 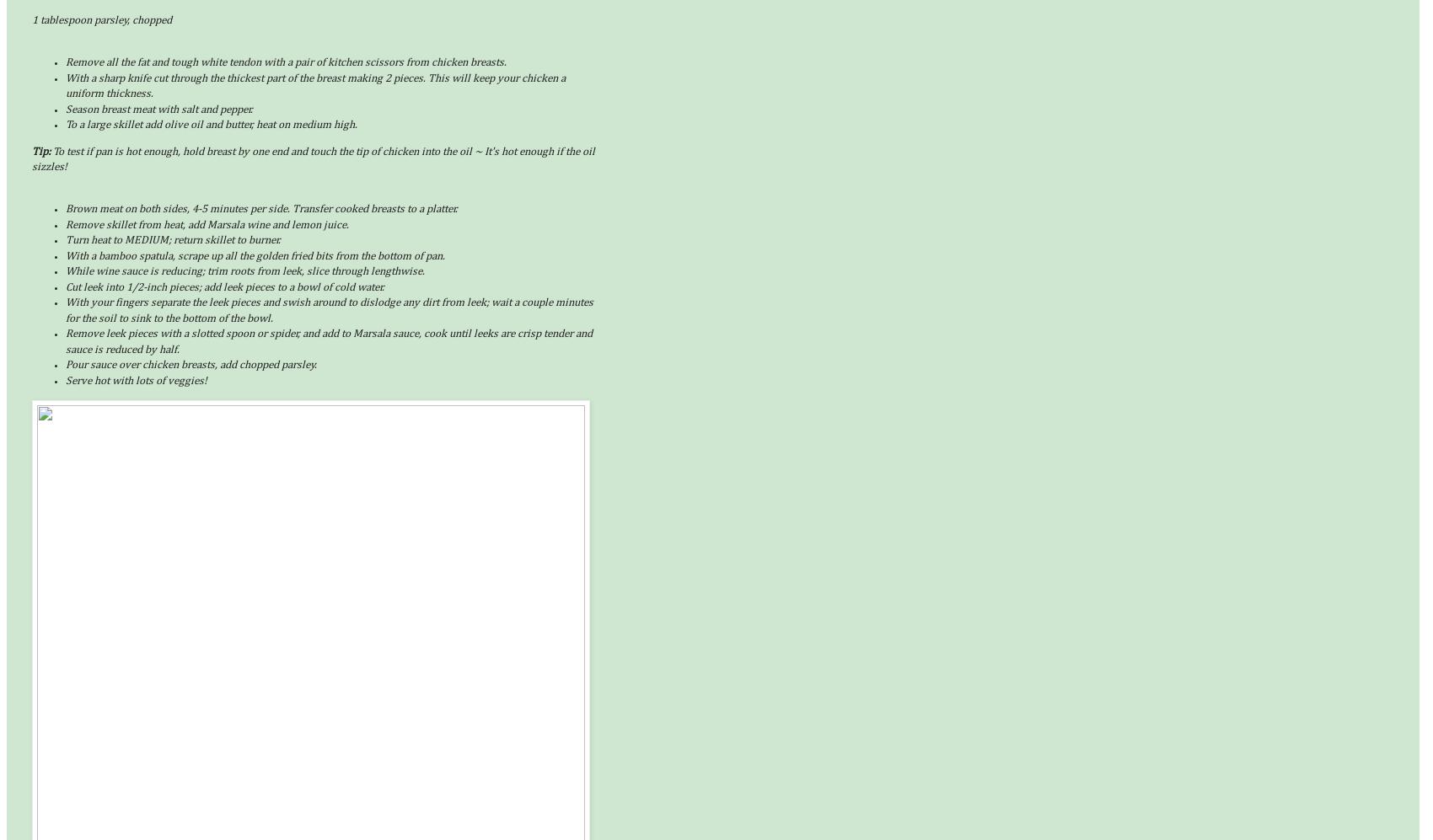 What do you see at coordinates (66, 364) in the screenshot?
I see `'Pour sauce over chicken breasts, add chopped parsley.'` at bounding box center [66, 364].